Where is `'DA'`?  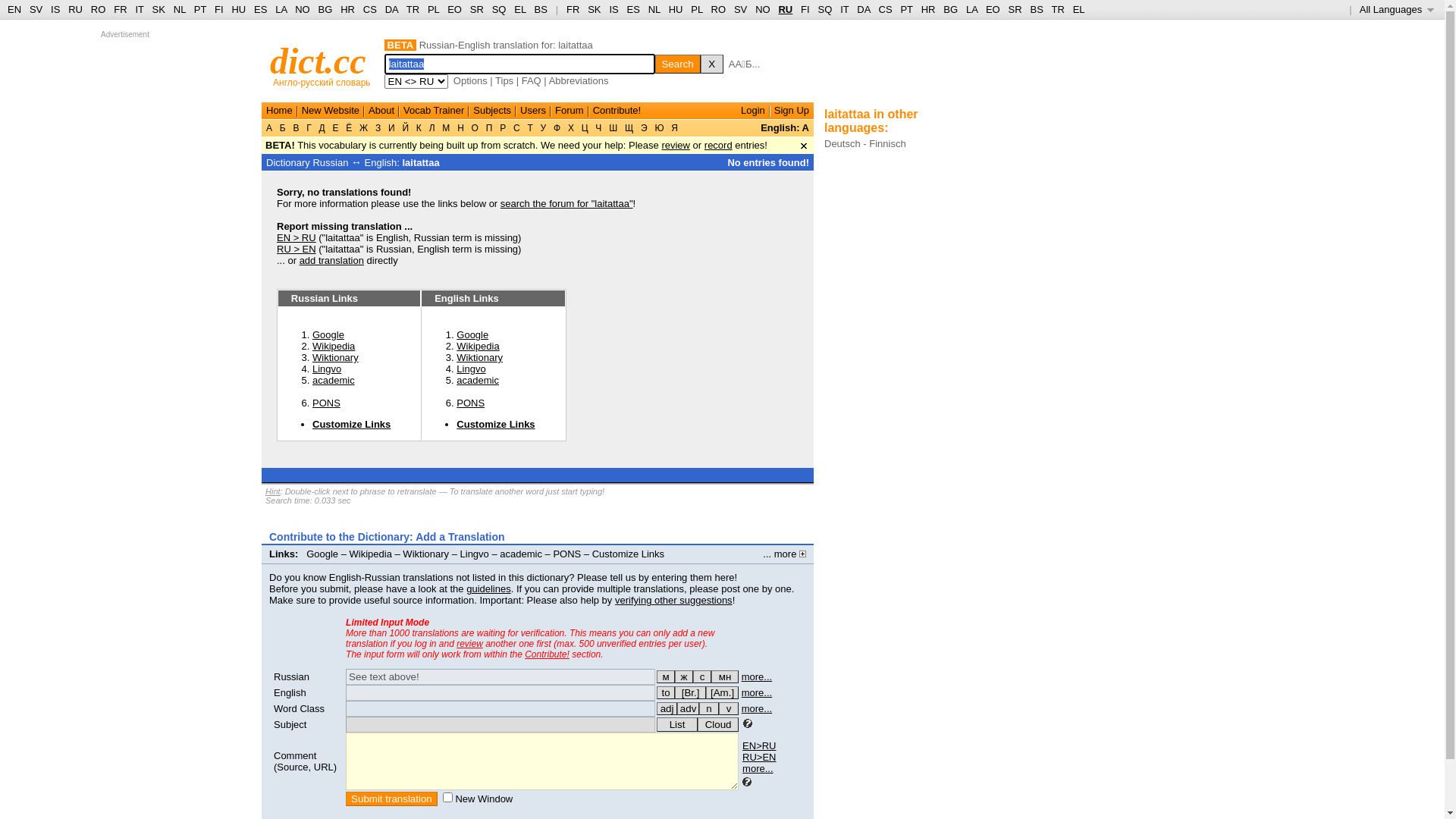
'DA' is located at coordinates (391, 9).